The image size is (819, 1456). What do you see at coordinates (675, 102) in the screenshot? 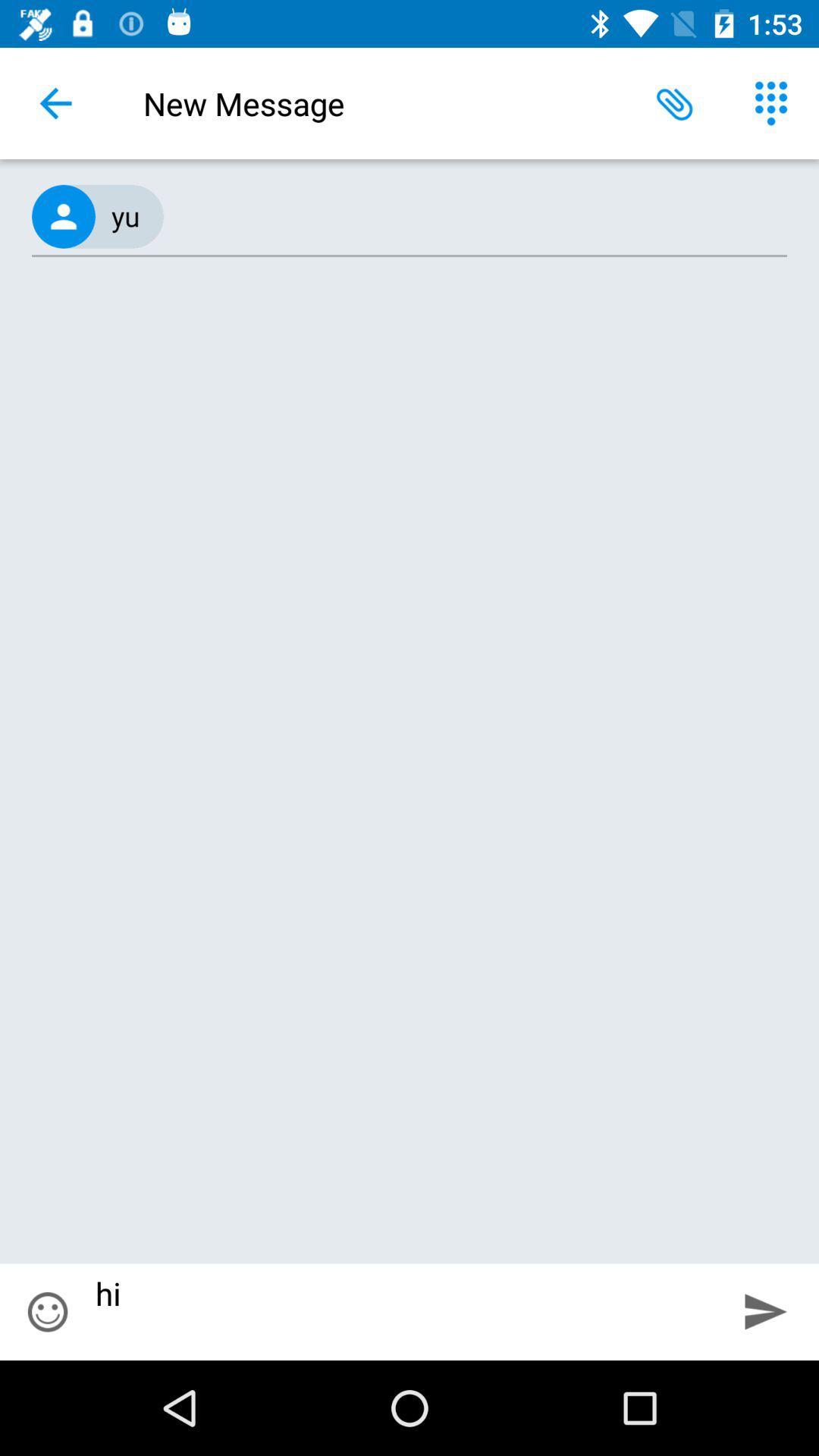
I see `the icon to the right of the new message icon` at bounding box center [675, 102].